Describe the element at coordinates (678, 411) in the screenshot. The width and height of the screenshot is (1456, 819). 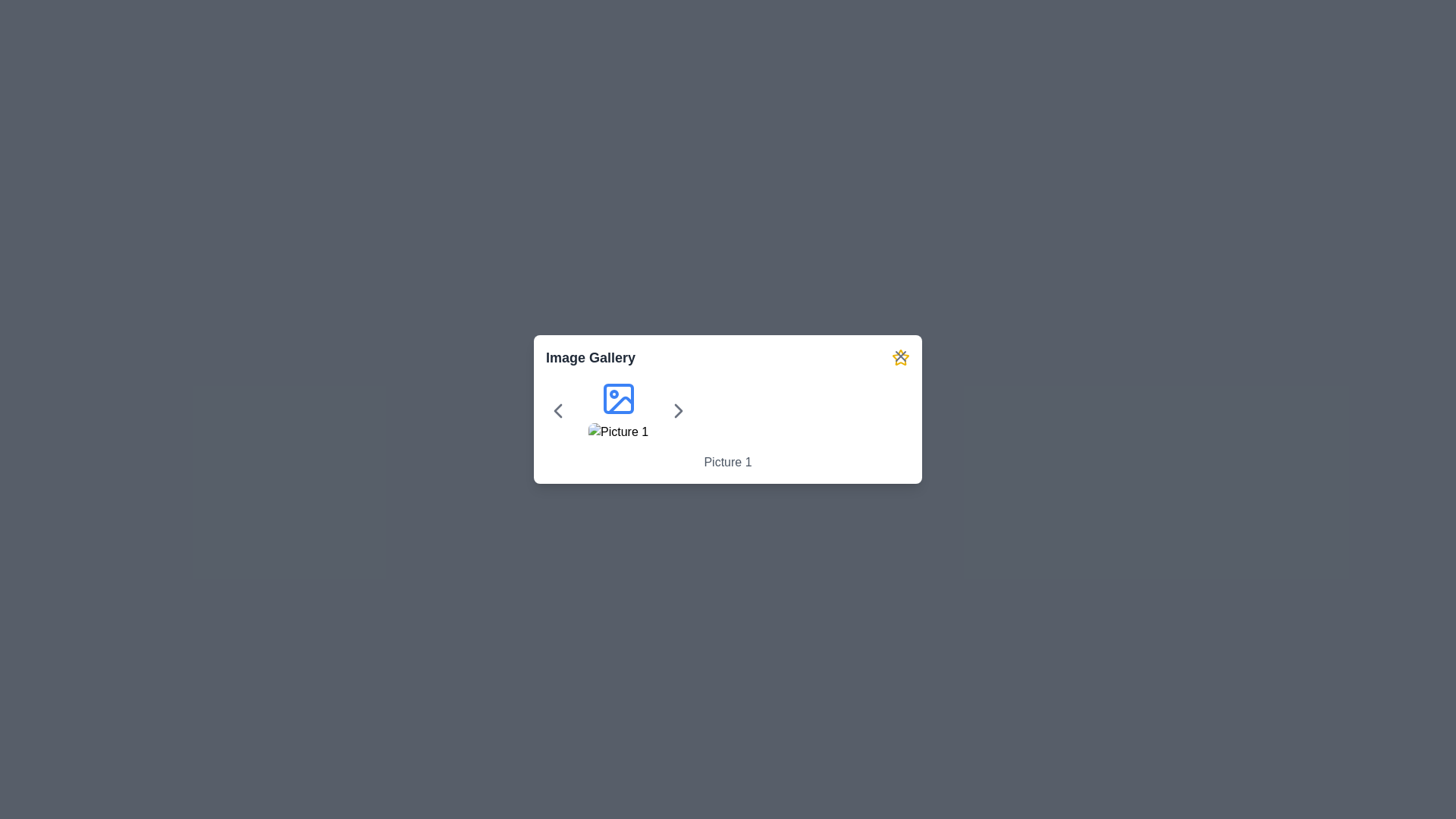
I see `the right chevron icon, which serves as a navigational control to move to the next item in the gallery` at that location.